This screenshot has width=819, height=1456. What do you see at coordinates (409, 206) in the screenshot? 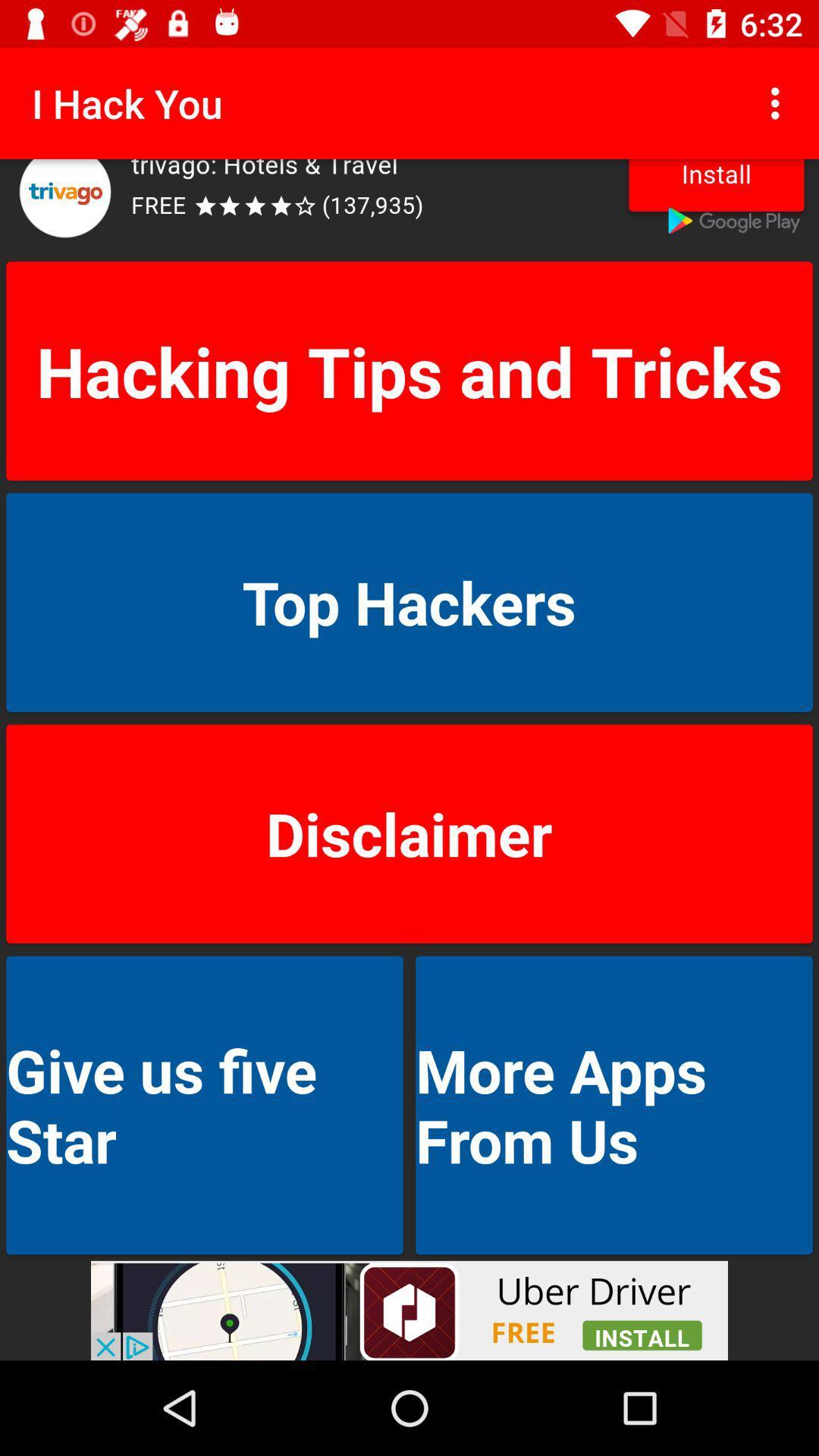
I see `advertisement` at bounding box center [409, 206].